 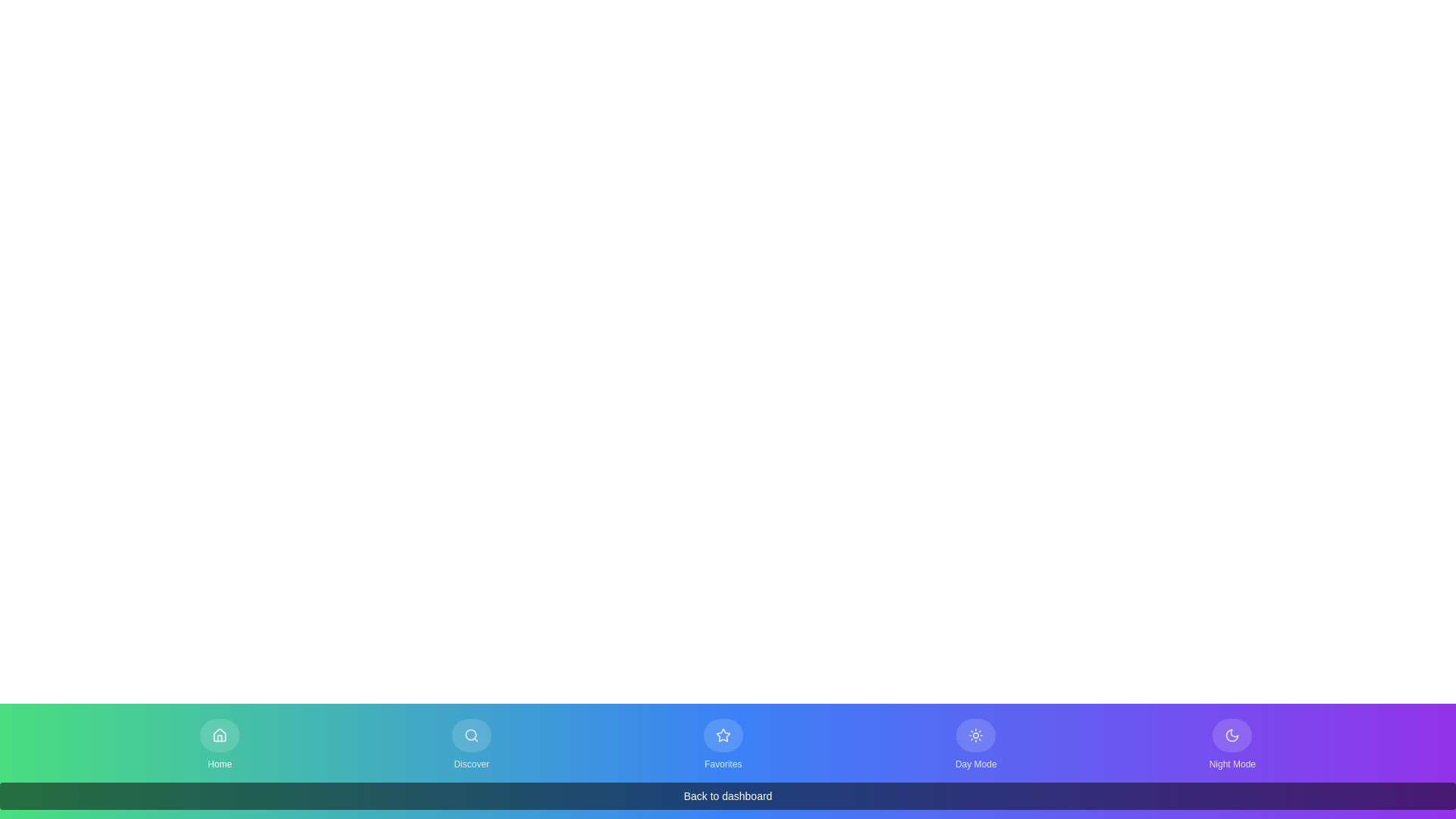 What do you see at coordinates (470, 744) in the screenshot?
I see `the button labeled Discover to observe its hover state change` at bounding box center [470, 744].